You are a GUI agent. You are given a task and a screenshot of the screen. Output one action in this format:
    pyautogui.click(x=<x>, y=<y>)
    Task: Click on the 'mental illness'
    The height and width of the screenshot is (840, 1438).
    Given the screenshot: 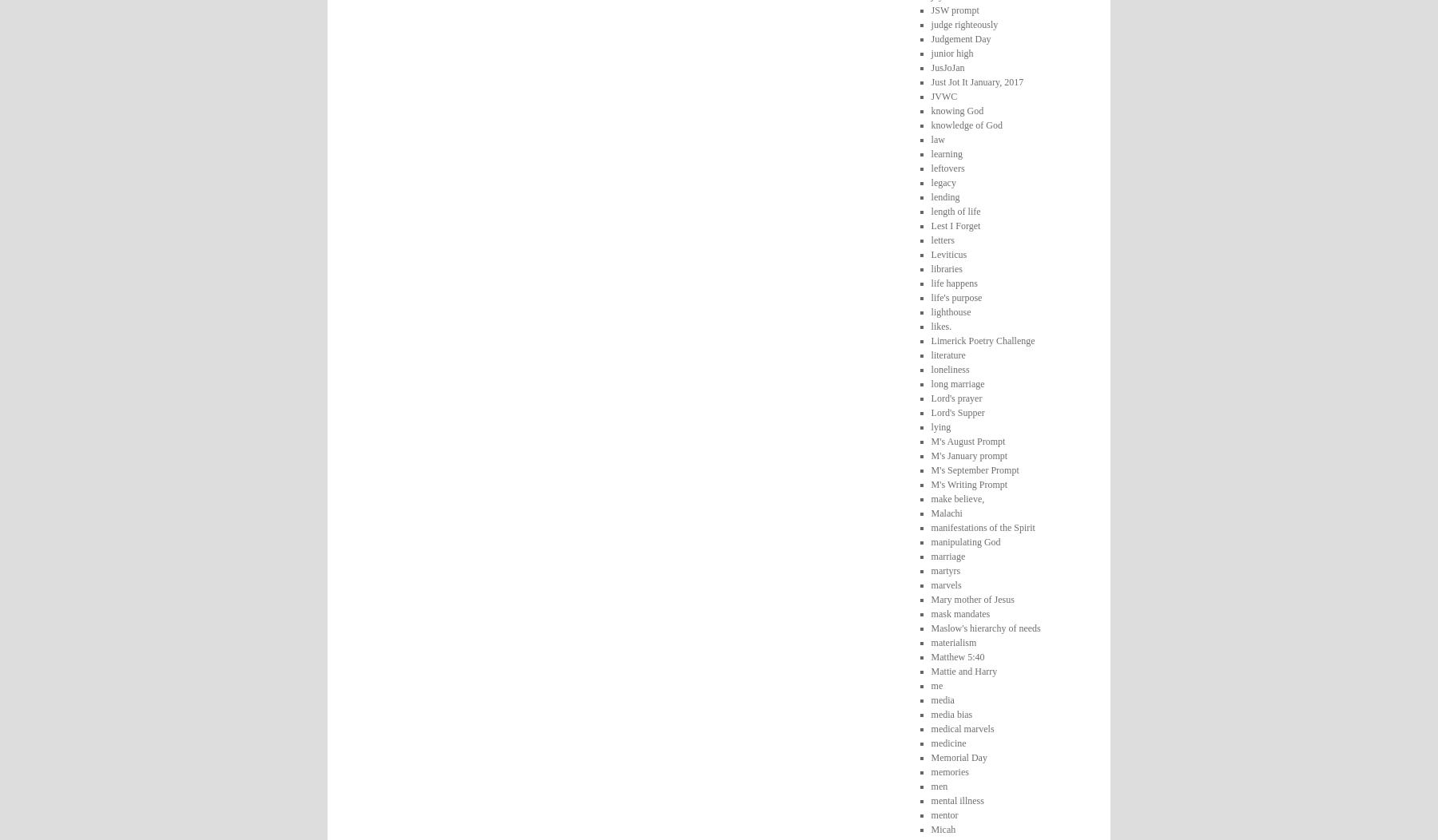 What is the action you would take?
    pyautogui.click(x=956, y=800)
    